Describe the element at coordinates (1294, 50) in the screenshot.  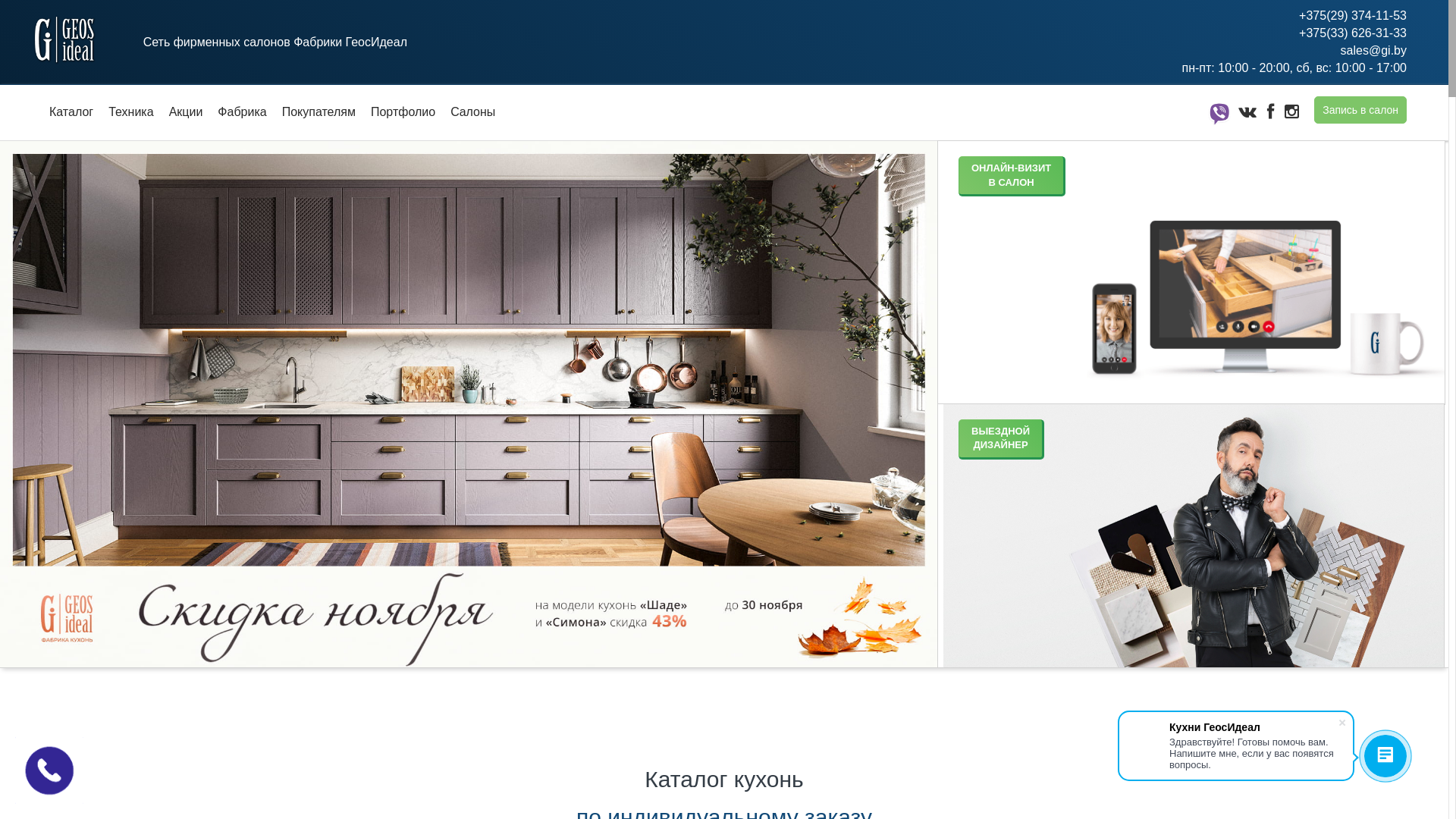
I see `'sales@gi.by'` at that location.